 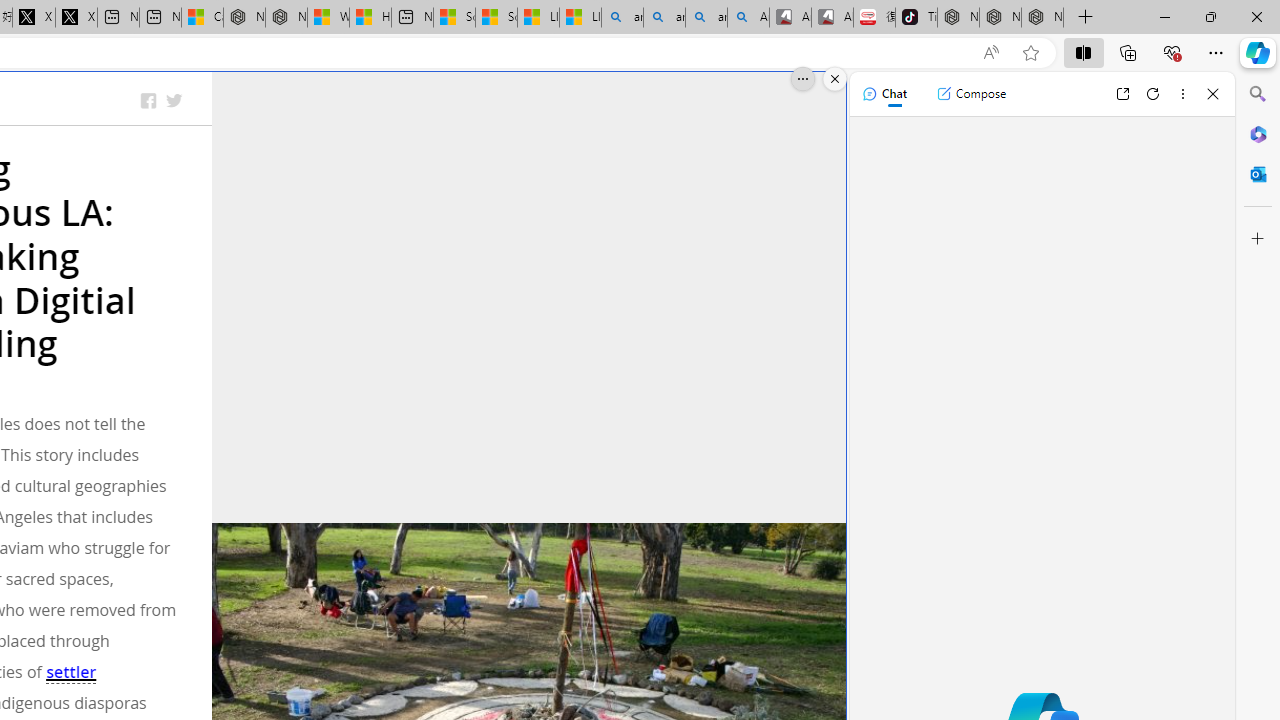 I want to click on 'Nordace - Siena Pro 15 Essential Set', so click(x=1041, y=17).